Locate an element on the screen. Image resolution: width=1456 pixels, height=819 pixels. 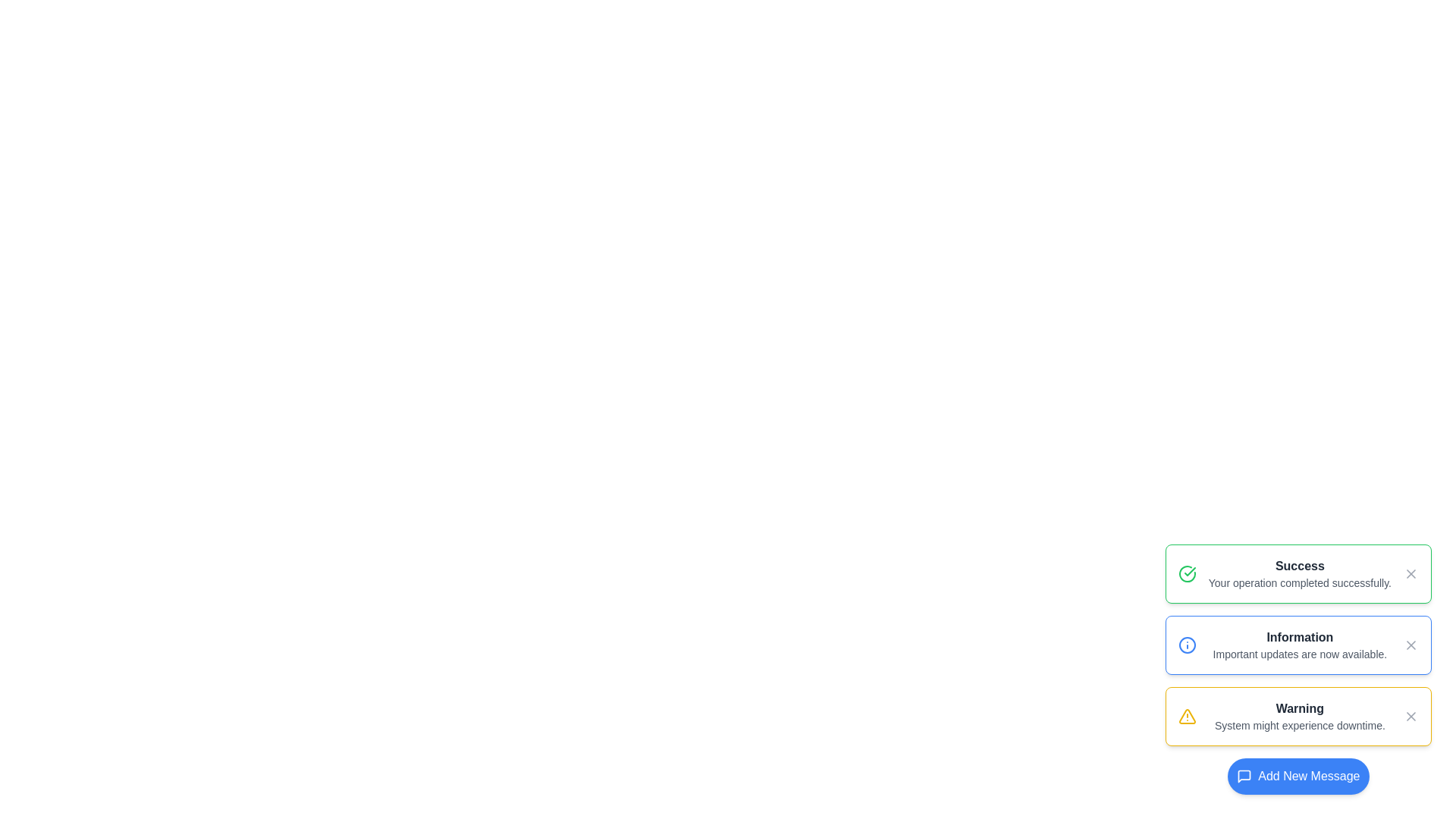
the interactive close button (an 'X' icon) located in the top-right corner of the notification box indicating success is located at coordinates (1410, 573).